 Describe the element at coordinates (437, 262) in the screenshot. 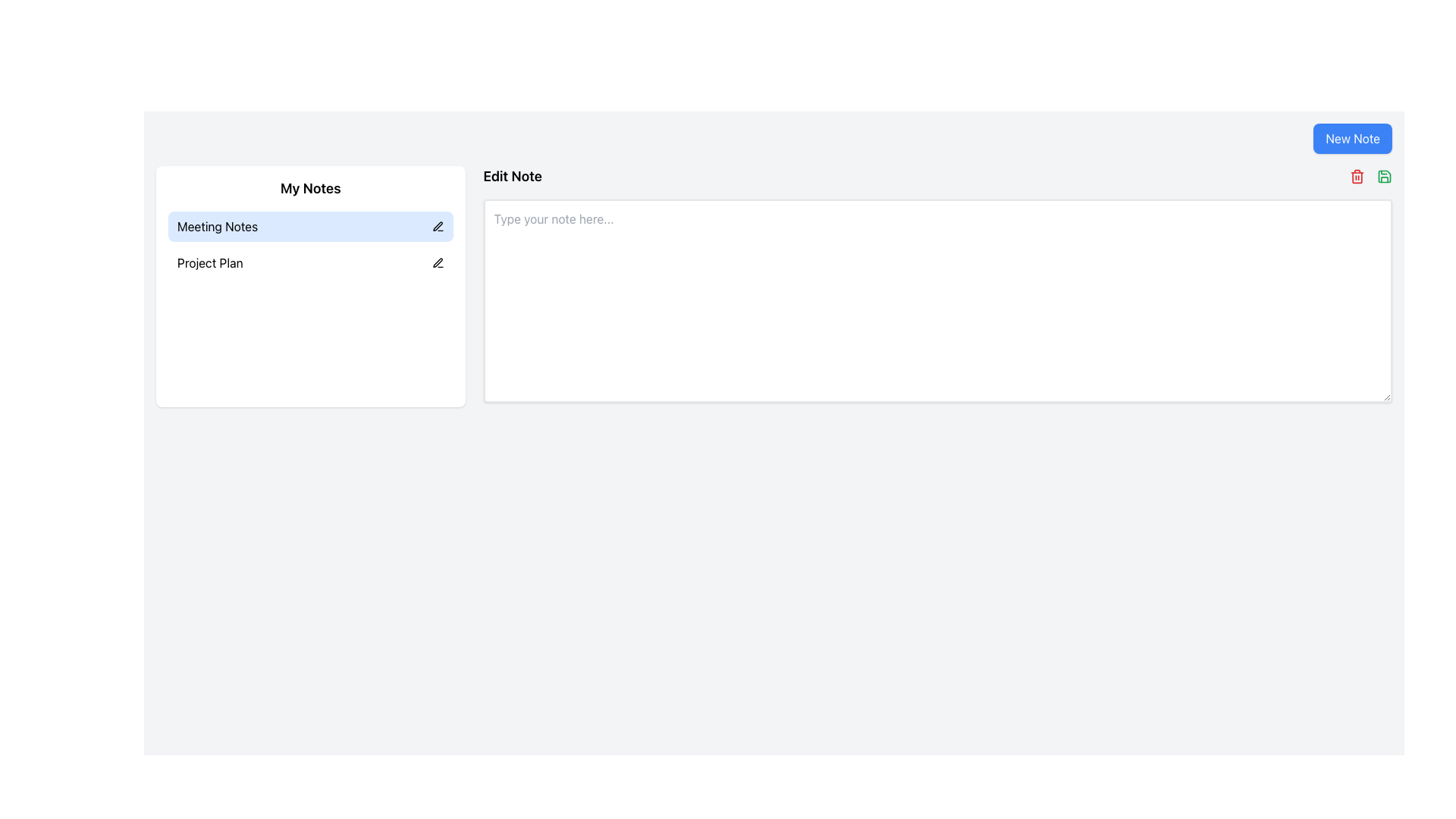

I see `the pen icon located at the far-right side of the 'Project Plan' row in the 'My Notes' section to initiate an edit action` at that location.